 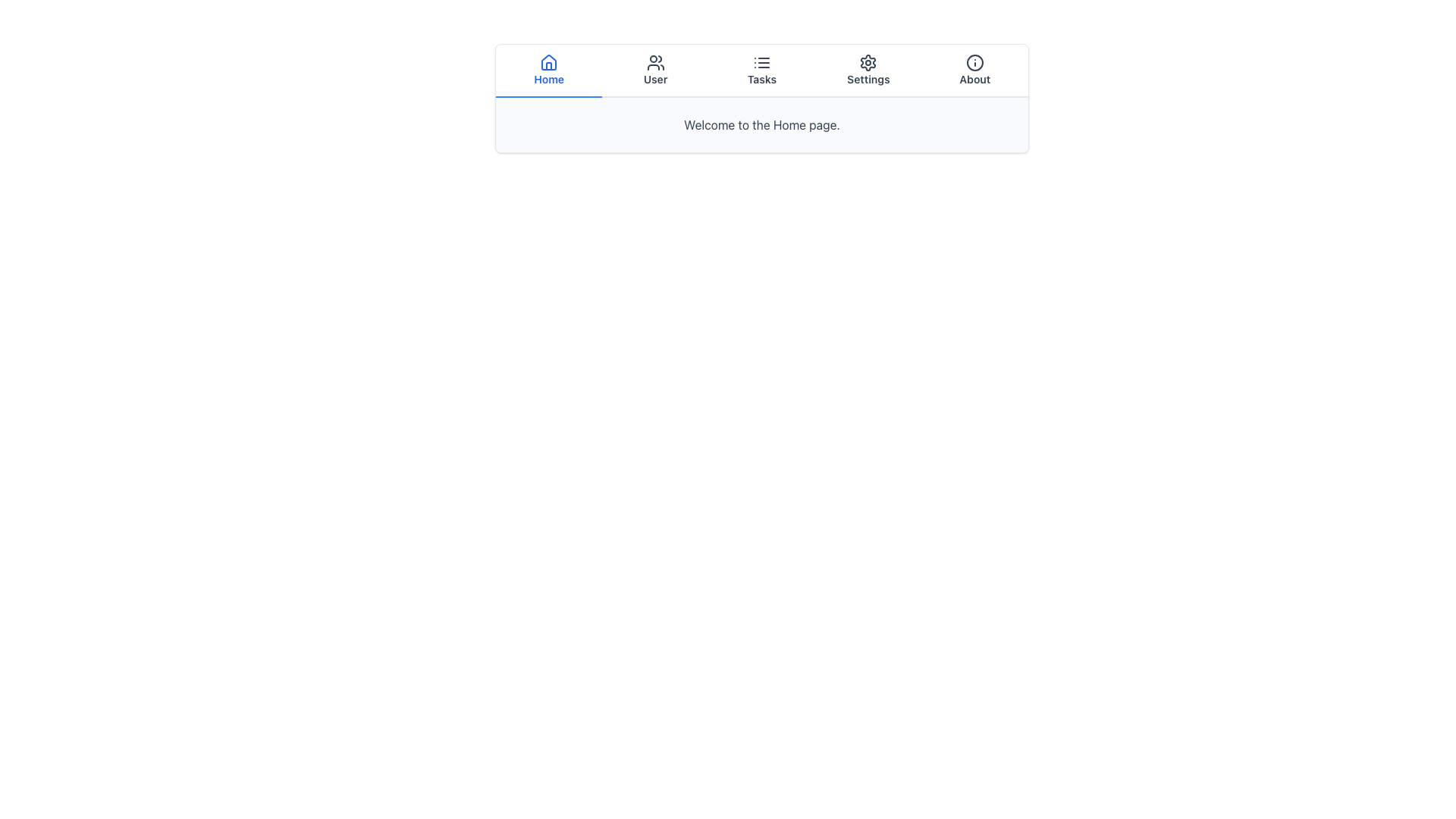 I want to click on text label 'User' which is styled in bold and positioned centrally in the navigation bar, indicating user-related functionality, so click(x=655, y=79).